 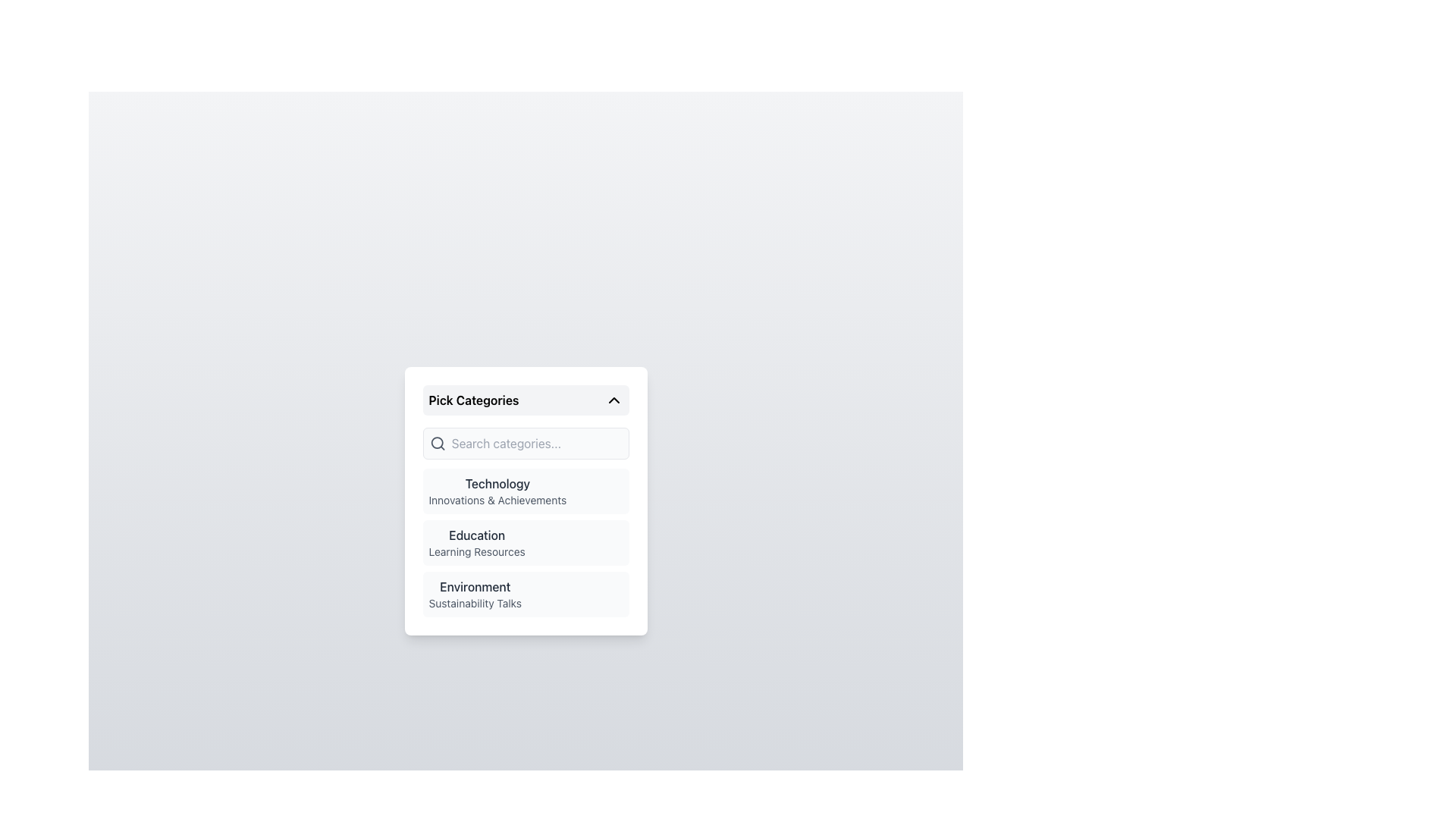 I want to click on the selectable list item for 'Environment' under the 'Pick Categories' section, so click(x=526, y=593).